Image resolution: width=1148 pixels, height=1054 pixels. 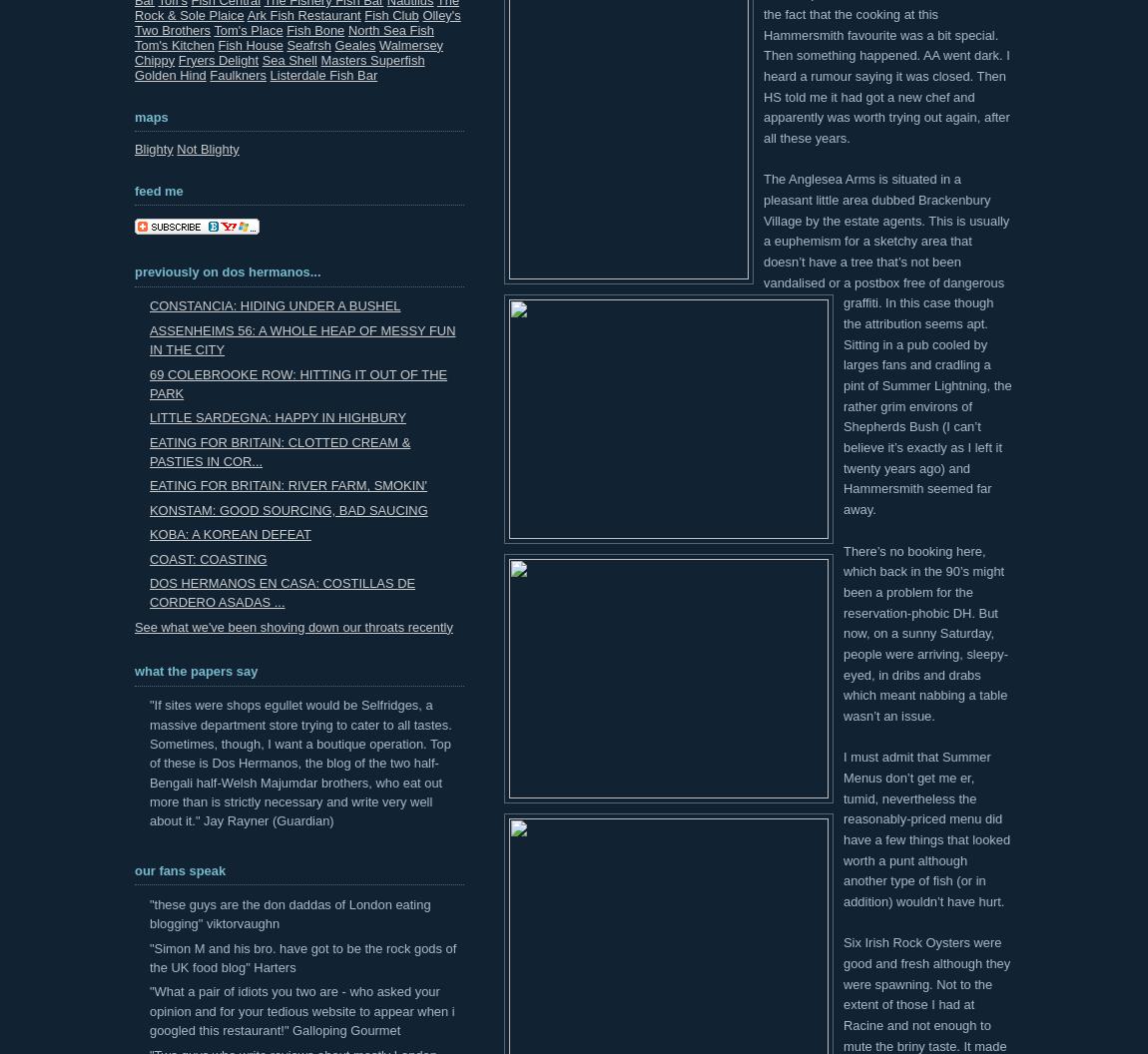 What do you see at coordinates (158, 190) in the screenshot?
I see `'Feed Me'` at bounding box center [158, 190].